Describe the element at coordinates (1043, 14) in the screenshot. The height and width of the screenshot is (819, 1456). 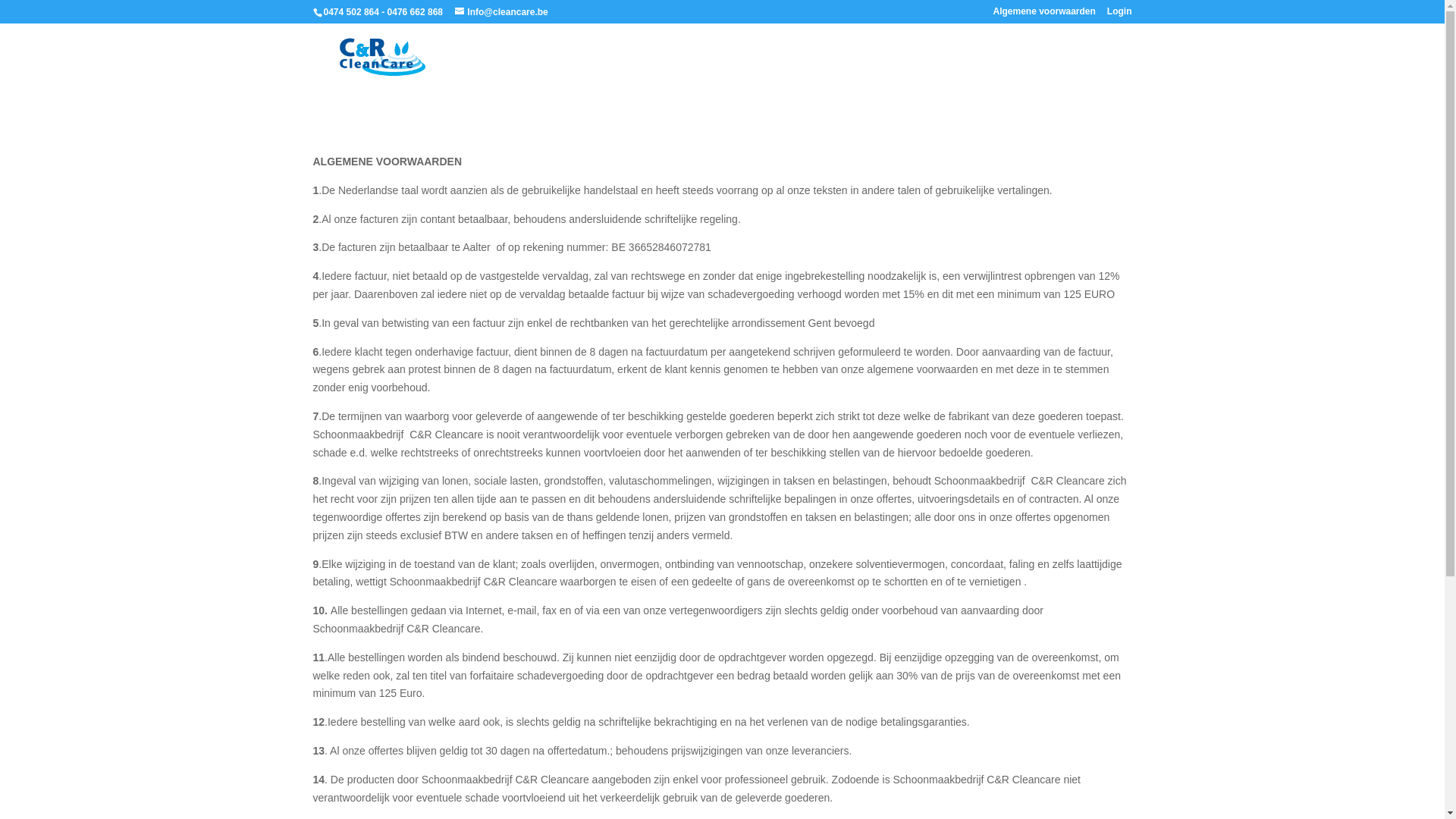
I see `'Algemene voorwaarden'` at that location.